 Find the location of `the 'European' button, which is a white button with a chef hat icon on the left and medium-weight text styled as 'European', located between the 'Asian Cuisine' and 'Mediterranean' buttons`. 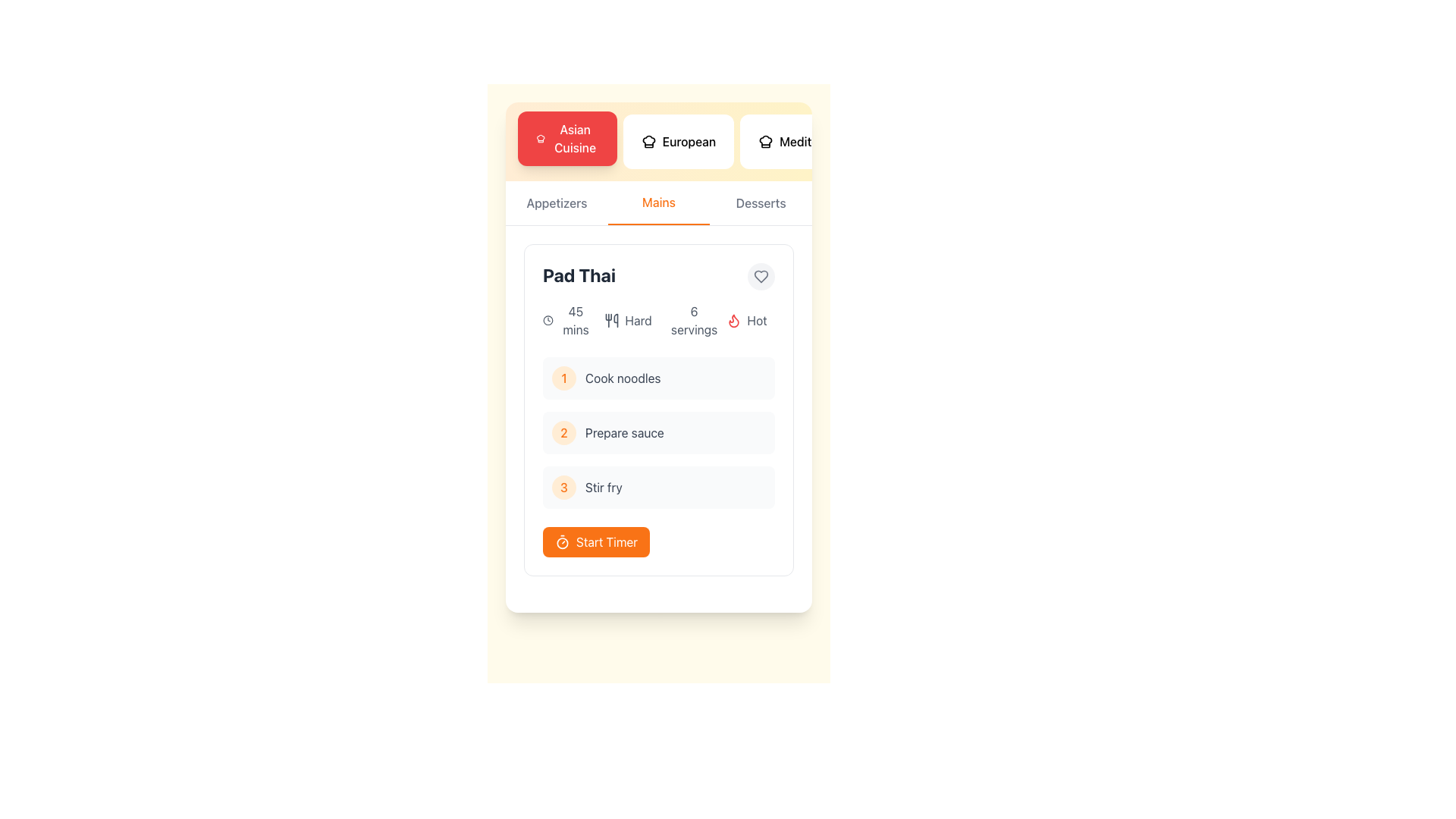

the 'European' button, which is a white button with a chef hat icon on the left and medium-weight text styled as 'European', located between the 'Asian Cuisine' and 'Mediterranean' buttons is located at coordinates (677, 141).